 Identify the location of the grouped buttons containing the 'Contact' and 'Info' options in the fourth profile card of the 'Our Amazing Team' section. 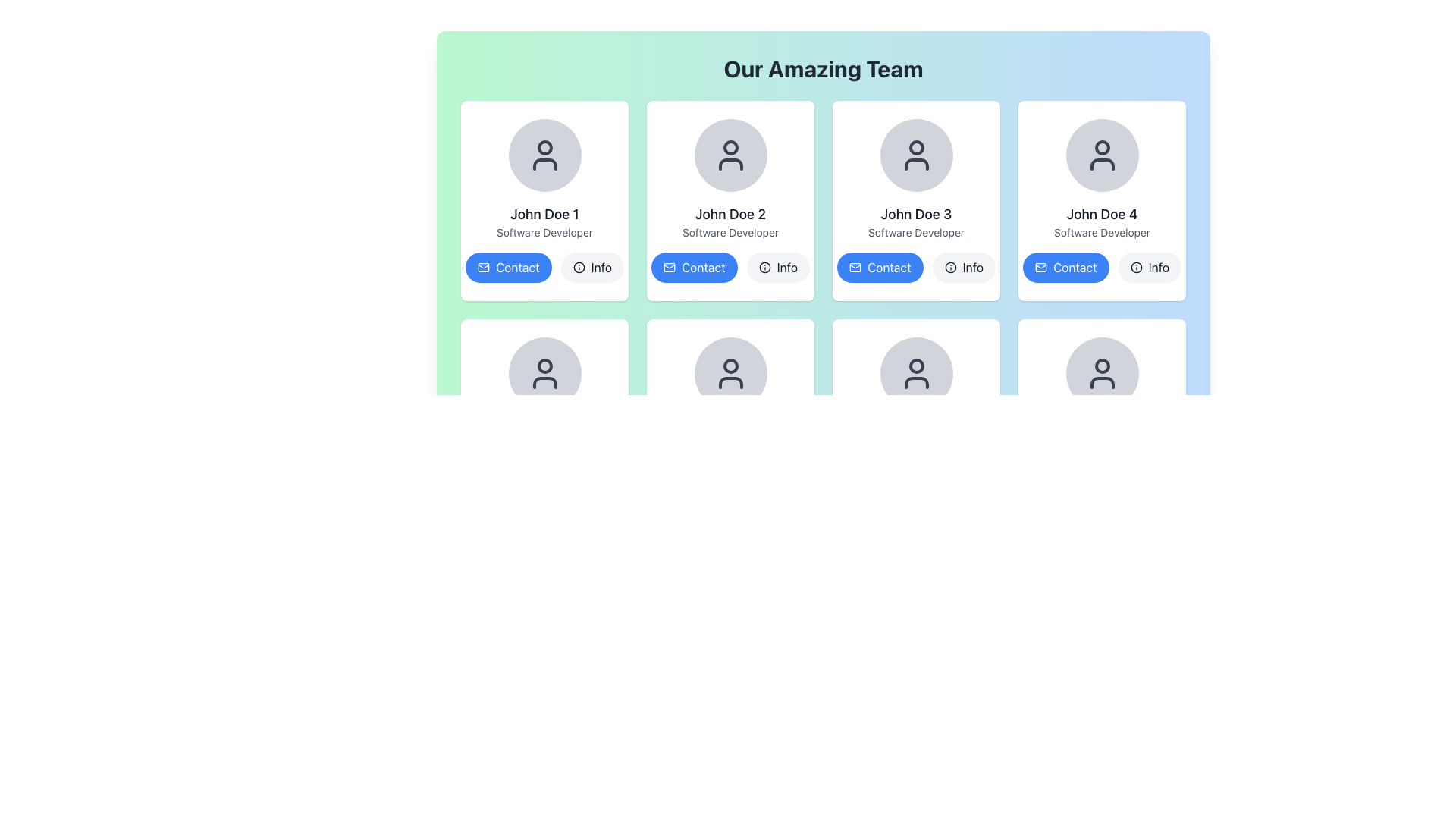
(1102, 267).